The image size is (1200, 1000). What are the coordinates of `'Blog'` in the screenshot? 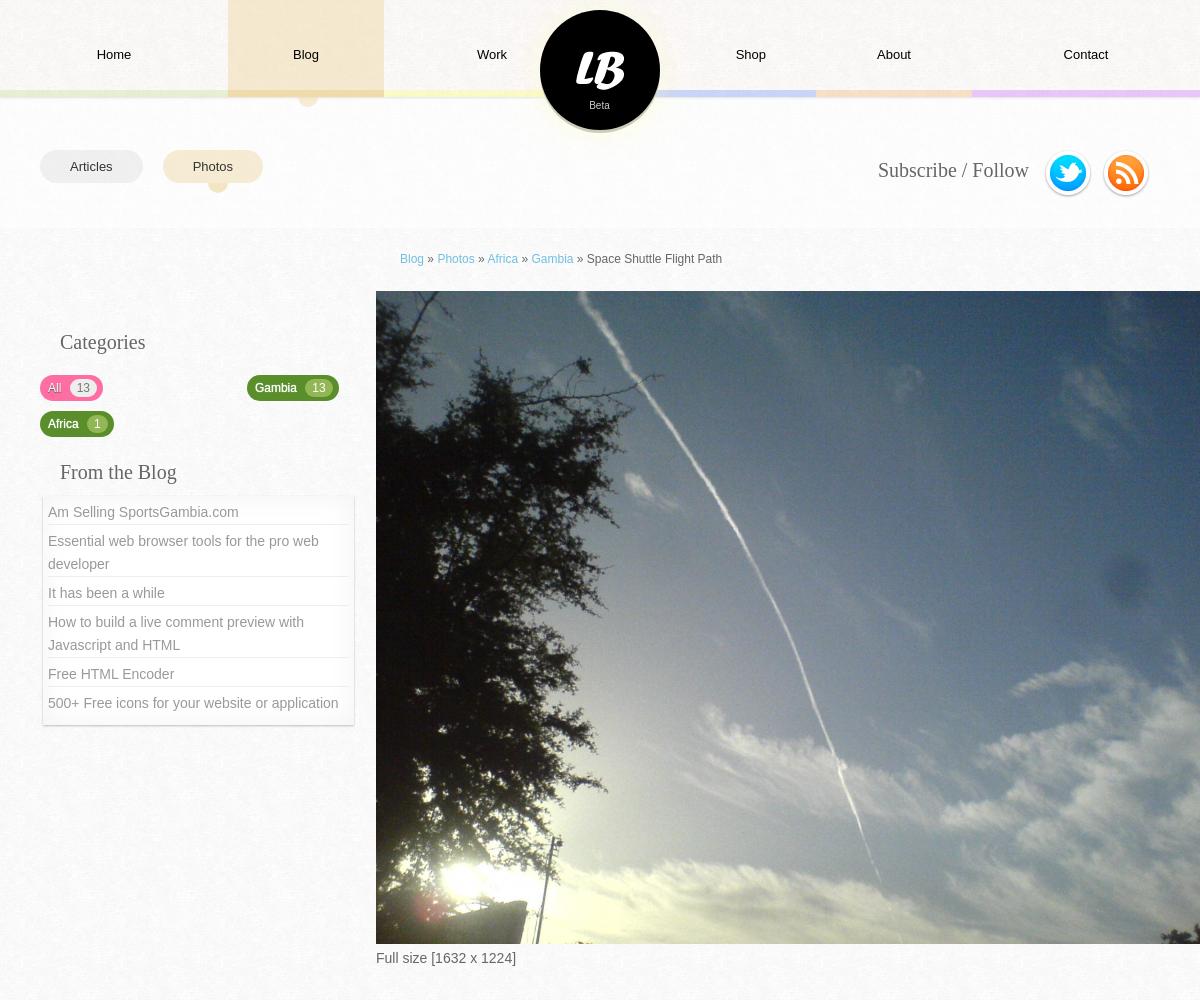 It's located at (411, 259).